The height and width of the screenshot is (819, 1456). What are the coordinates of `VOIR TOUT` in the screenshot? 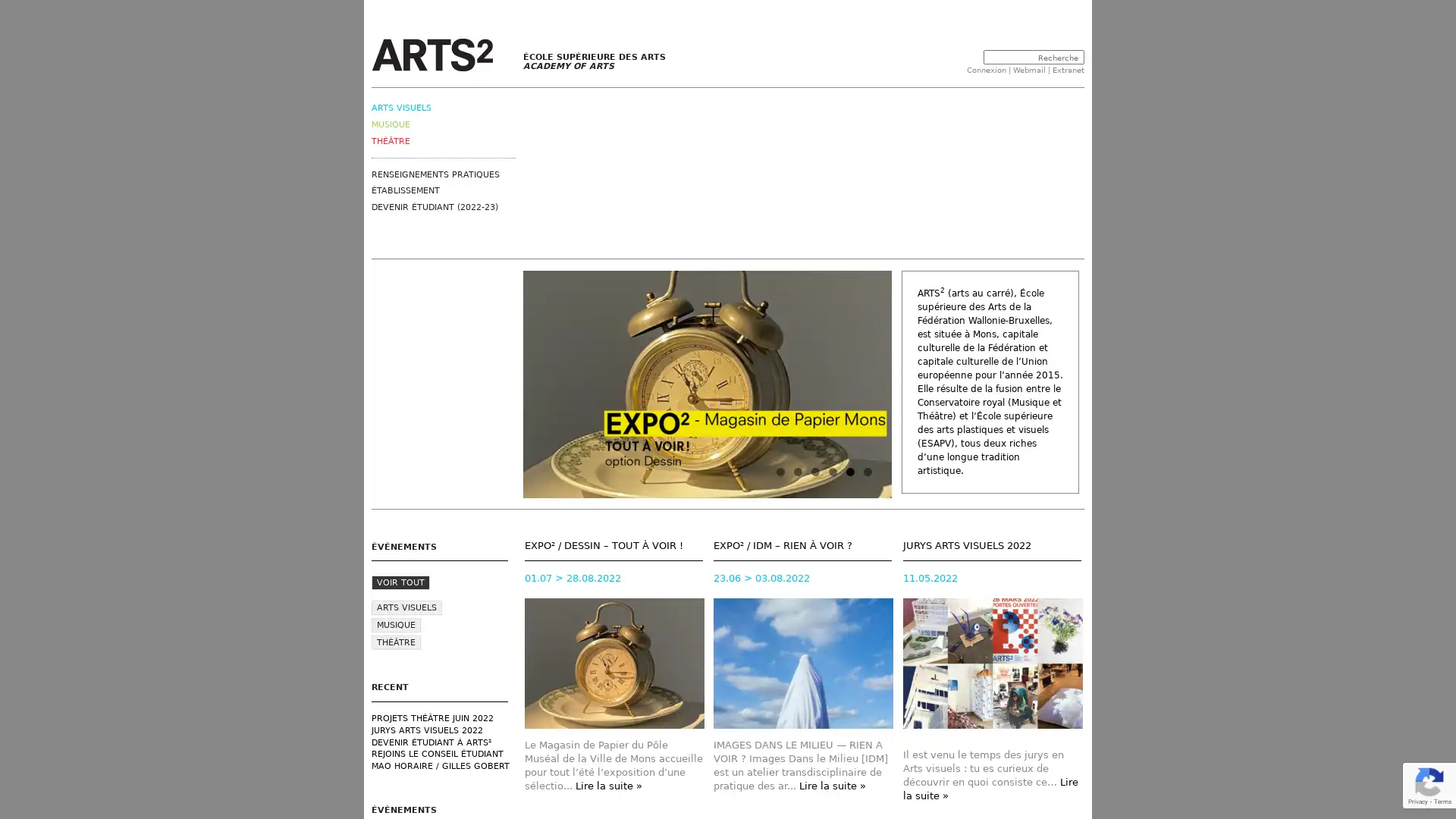 It's located at (400, 582).